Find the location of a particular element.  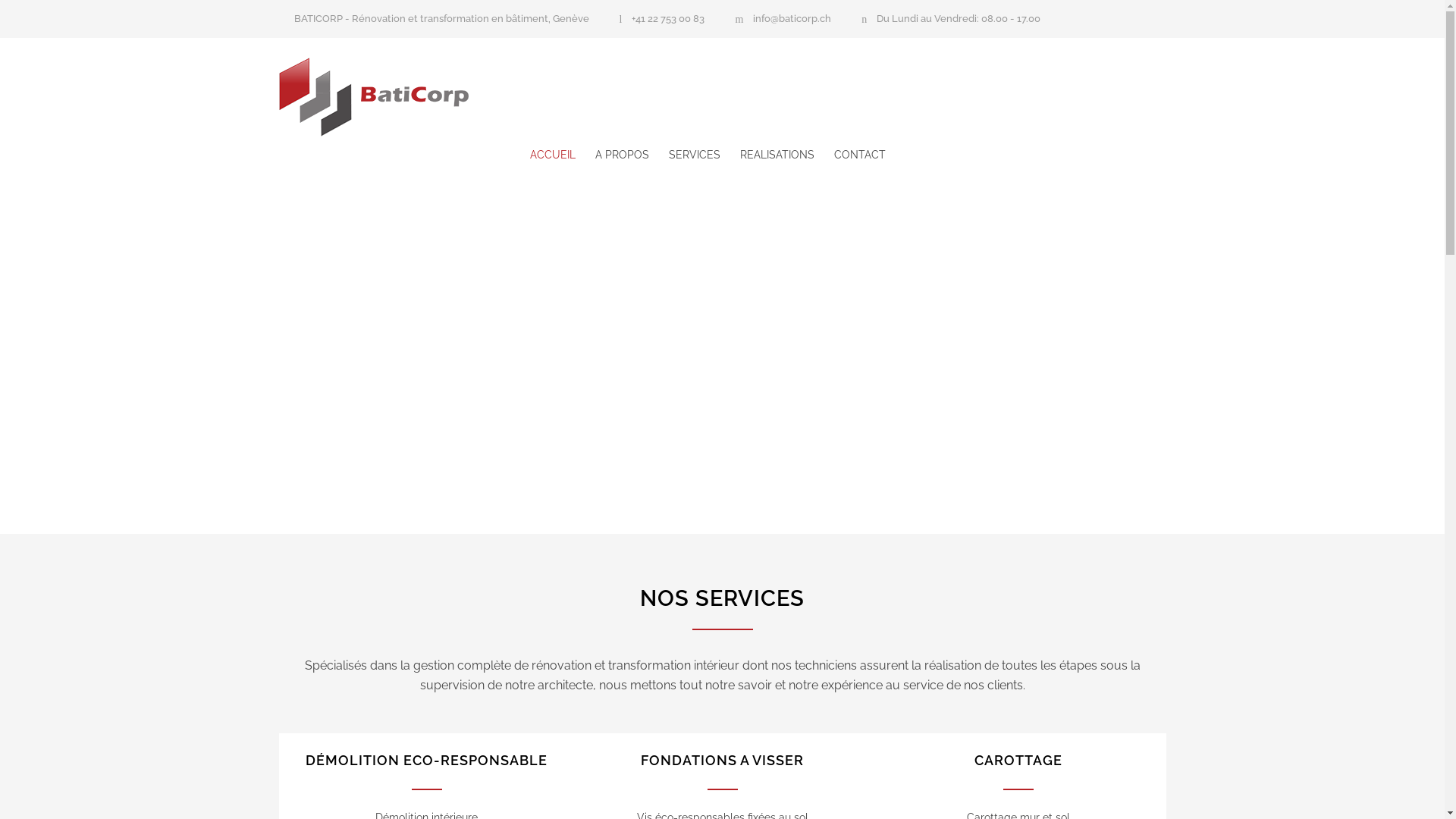

'CAROTTAGE' is located at coordinates (1018, 760).